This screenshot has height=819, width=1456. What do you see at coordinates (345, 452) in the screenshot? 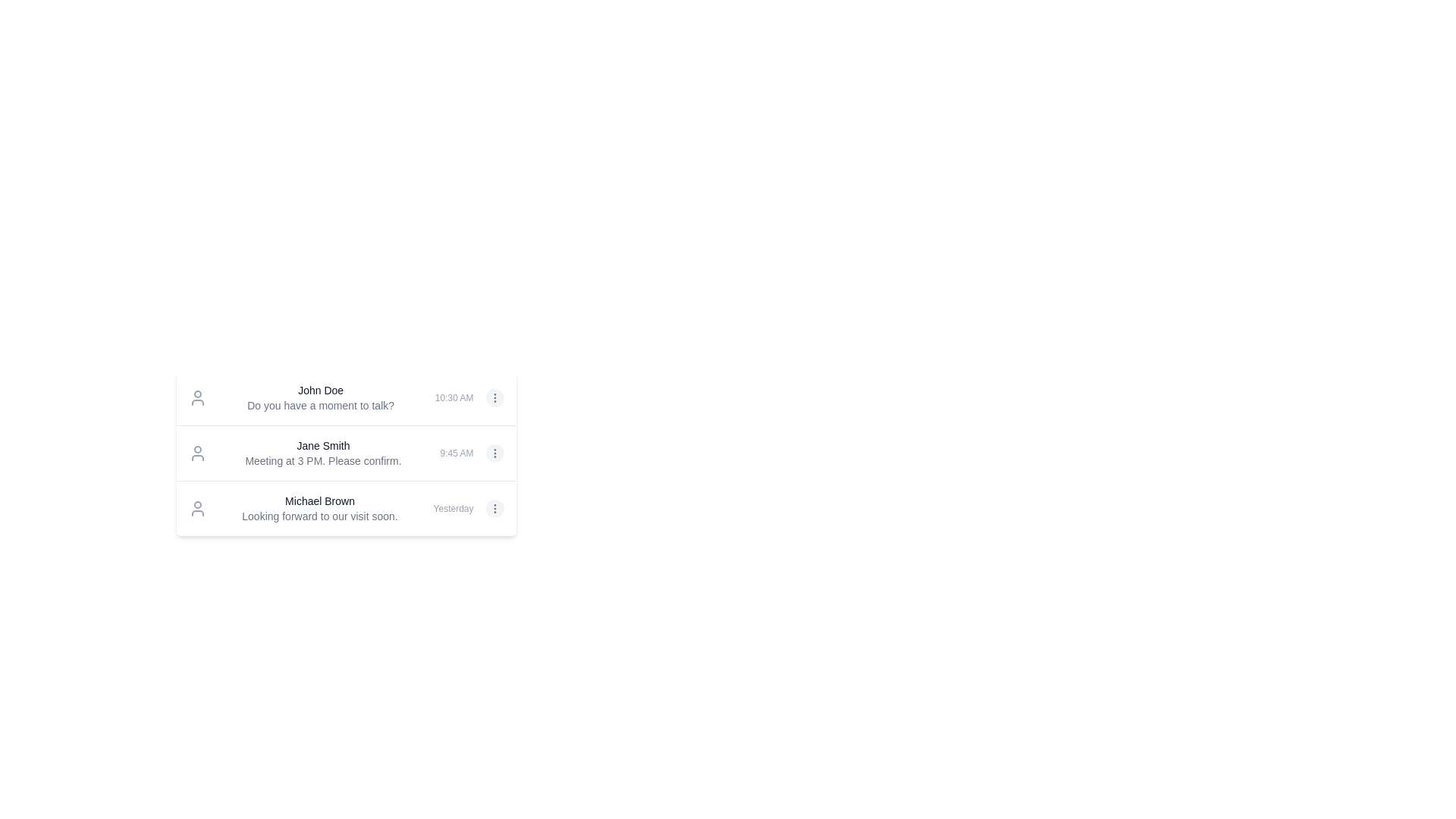
I see `the second message item in the list, which displays the sender's name, message preview, and time sent` at bounding box center [345, 452].